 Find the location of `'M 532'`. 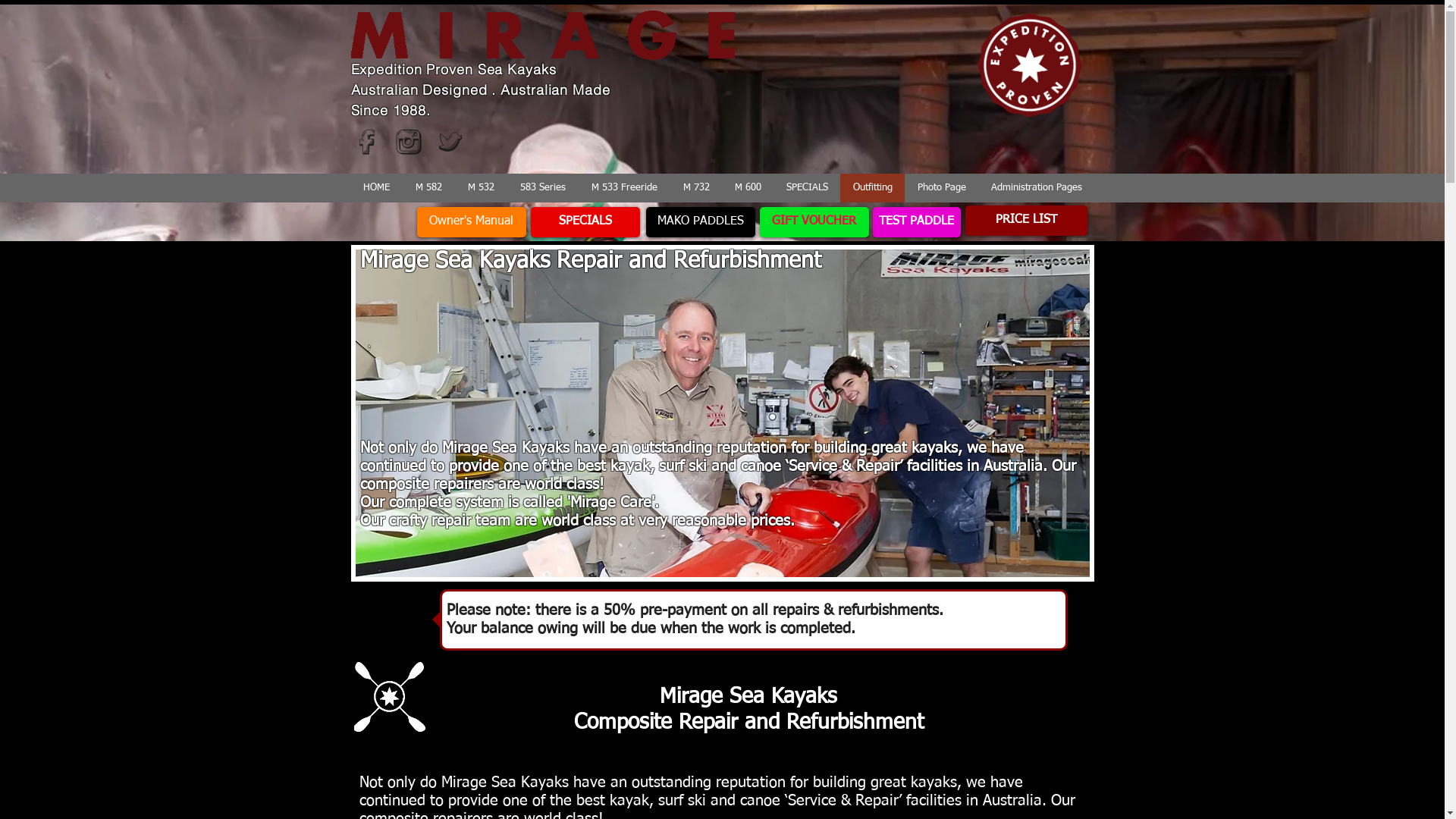

'M 532' is located at coordinates (480, 187).